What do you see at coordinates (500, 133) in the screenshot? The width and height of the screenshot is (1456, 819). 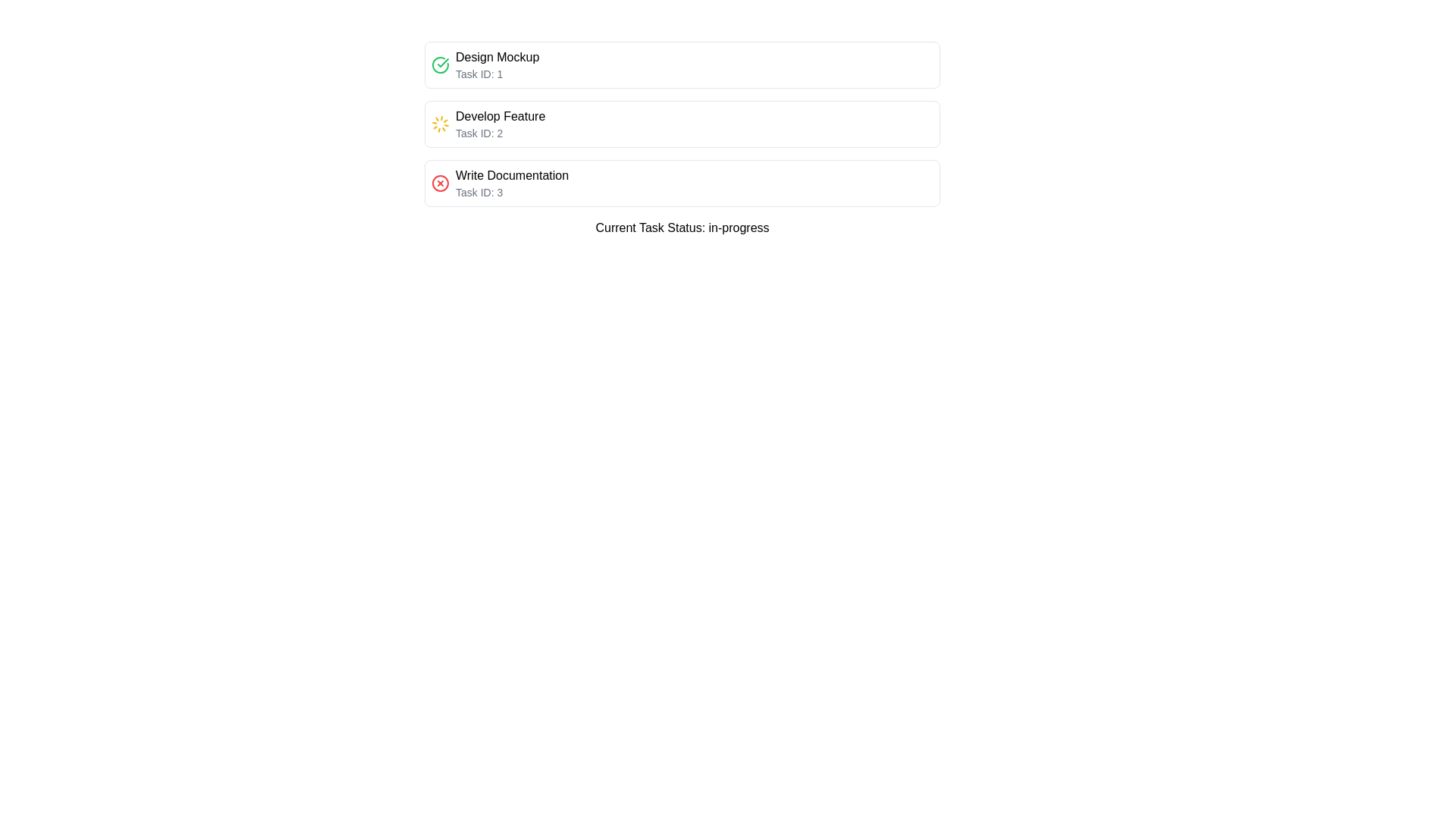 I see `text that serves as a descriptive label indicating the unique identifier of the task item named 'Develop Feature', positioned below it` at bounding box center [500, 133].